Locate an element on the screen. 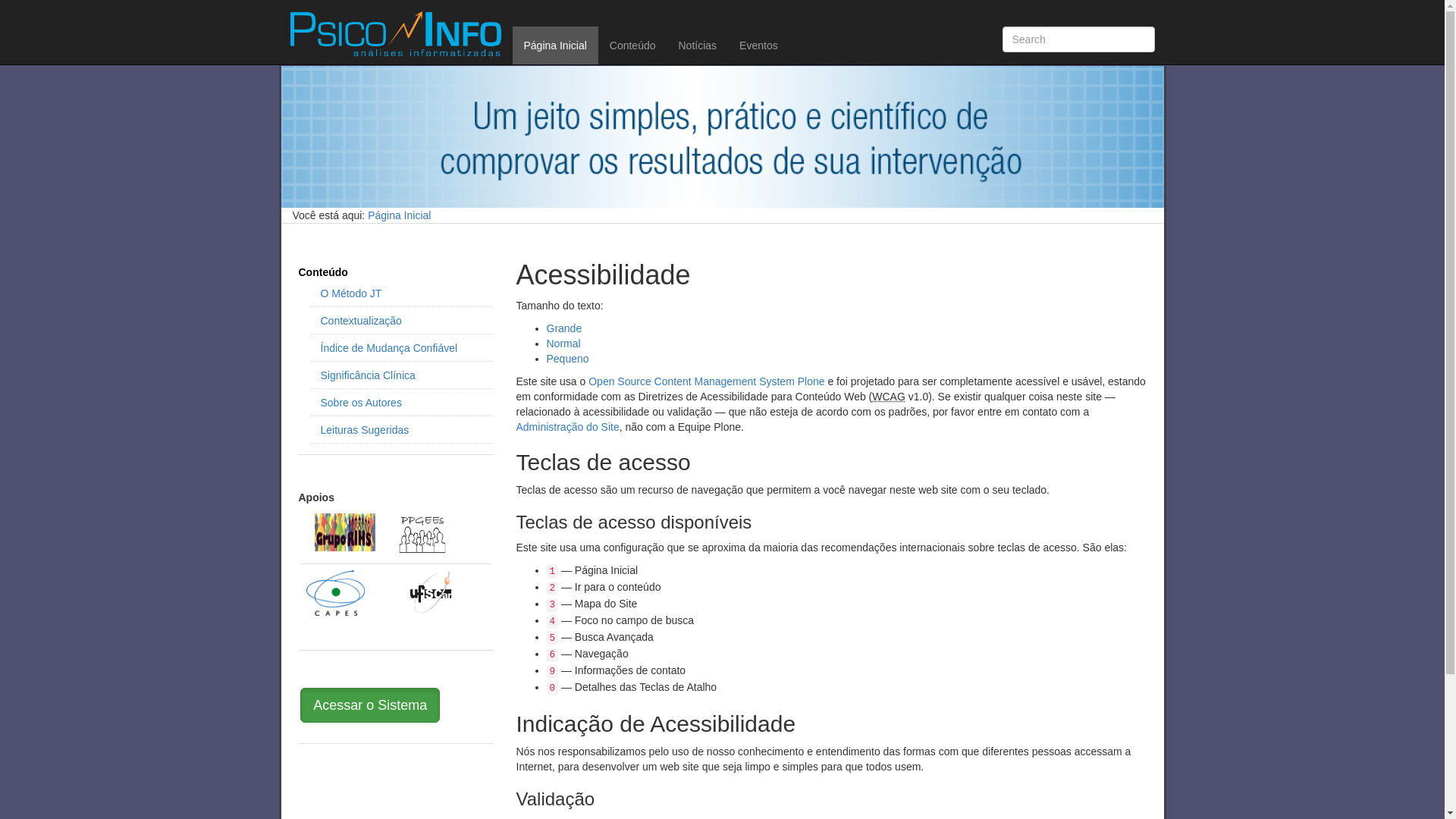 Image resolution: width=1456 pixels, height=819 pixels. 'Capes' is located at coordinates (334, 591).